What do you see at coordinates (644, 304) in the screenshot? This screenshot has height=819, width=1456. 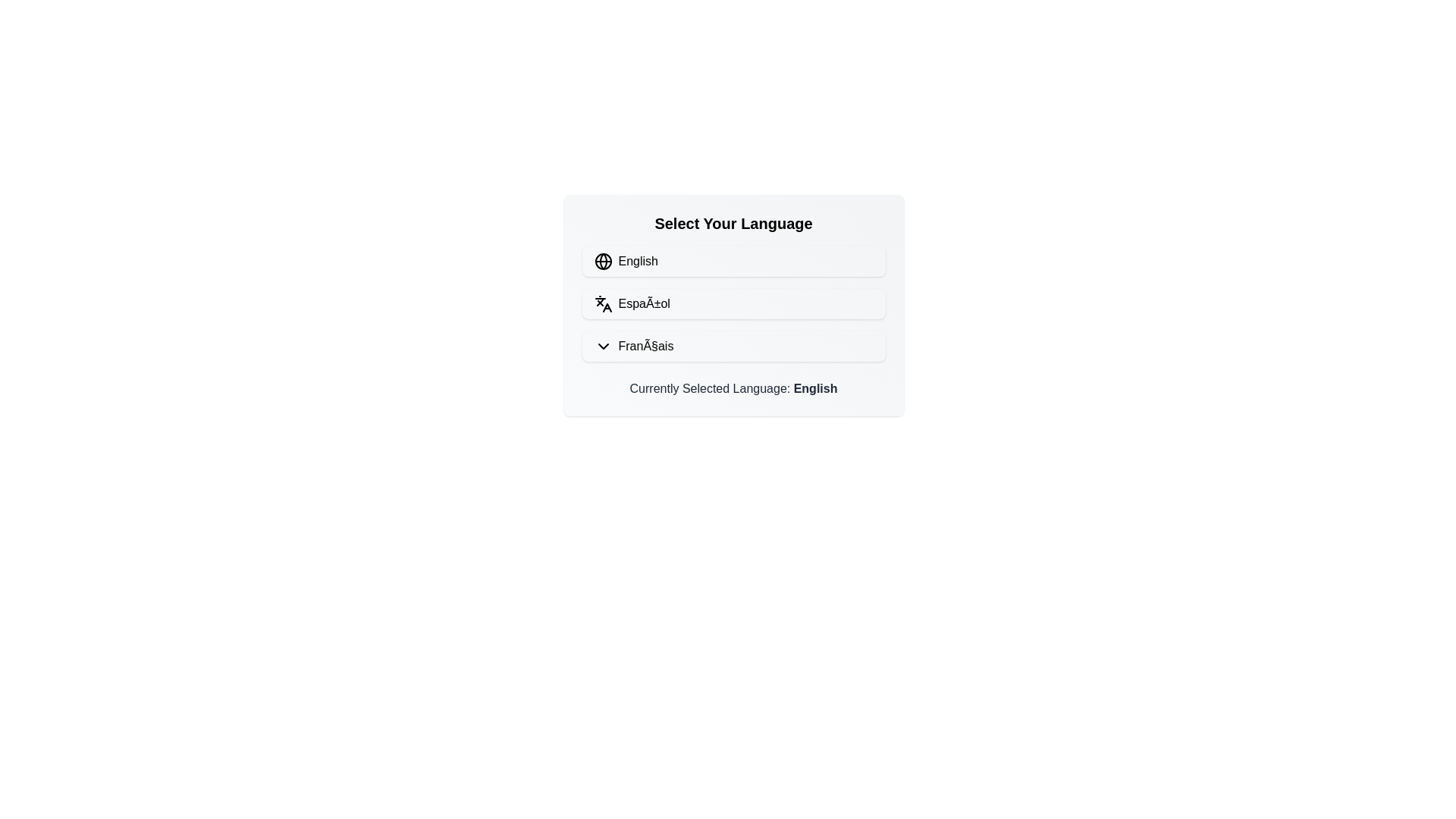 I see `the Spanish language option Text Label which is positioned to the right of a language icon and between 'English' and 'Français'` at bounding box center [644, 304].